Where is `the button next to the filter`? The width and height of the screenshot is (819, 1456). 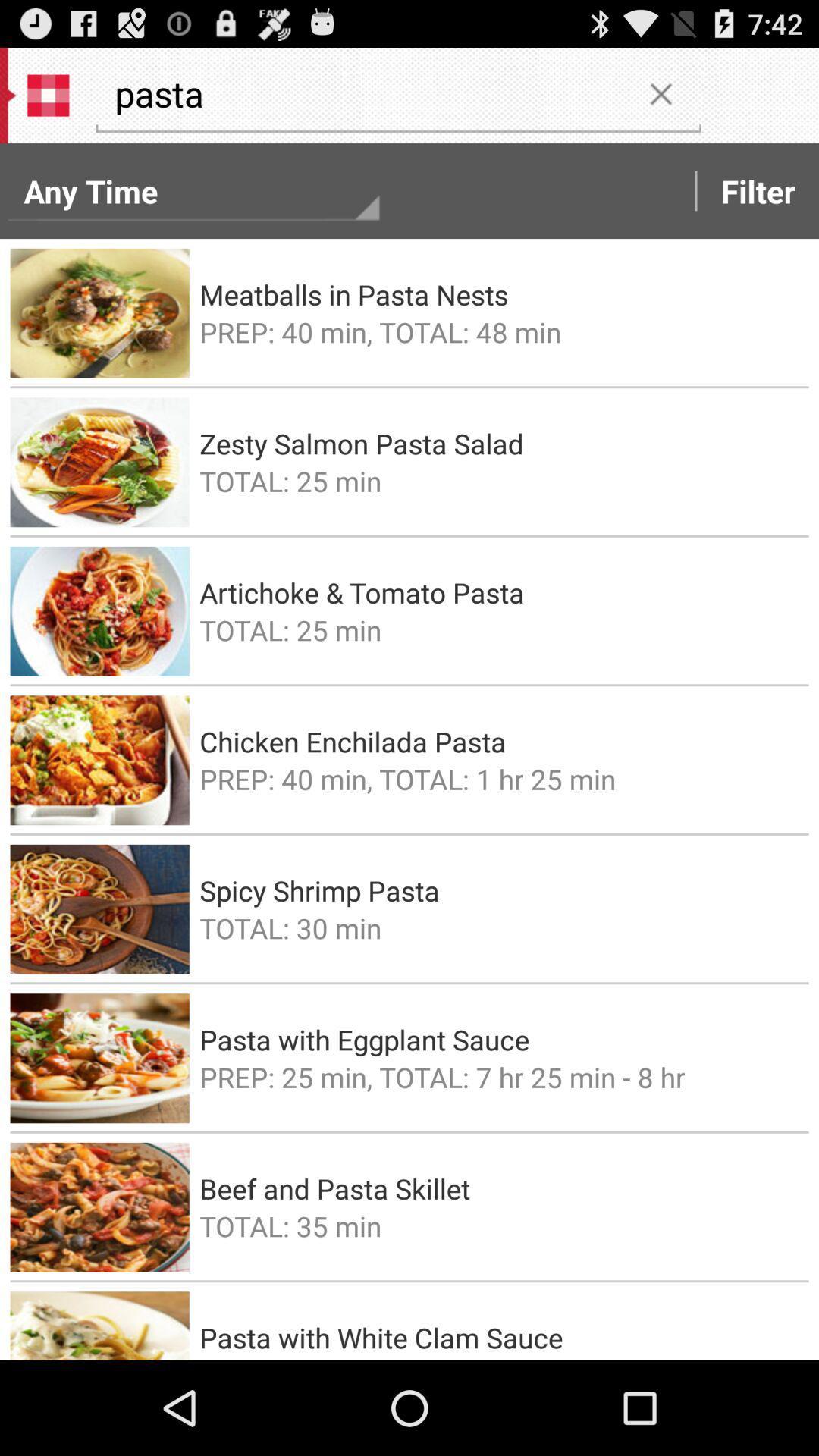
the button next to the filter is located at coordinates (660, 93).